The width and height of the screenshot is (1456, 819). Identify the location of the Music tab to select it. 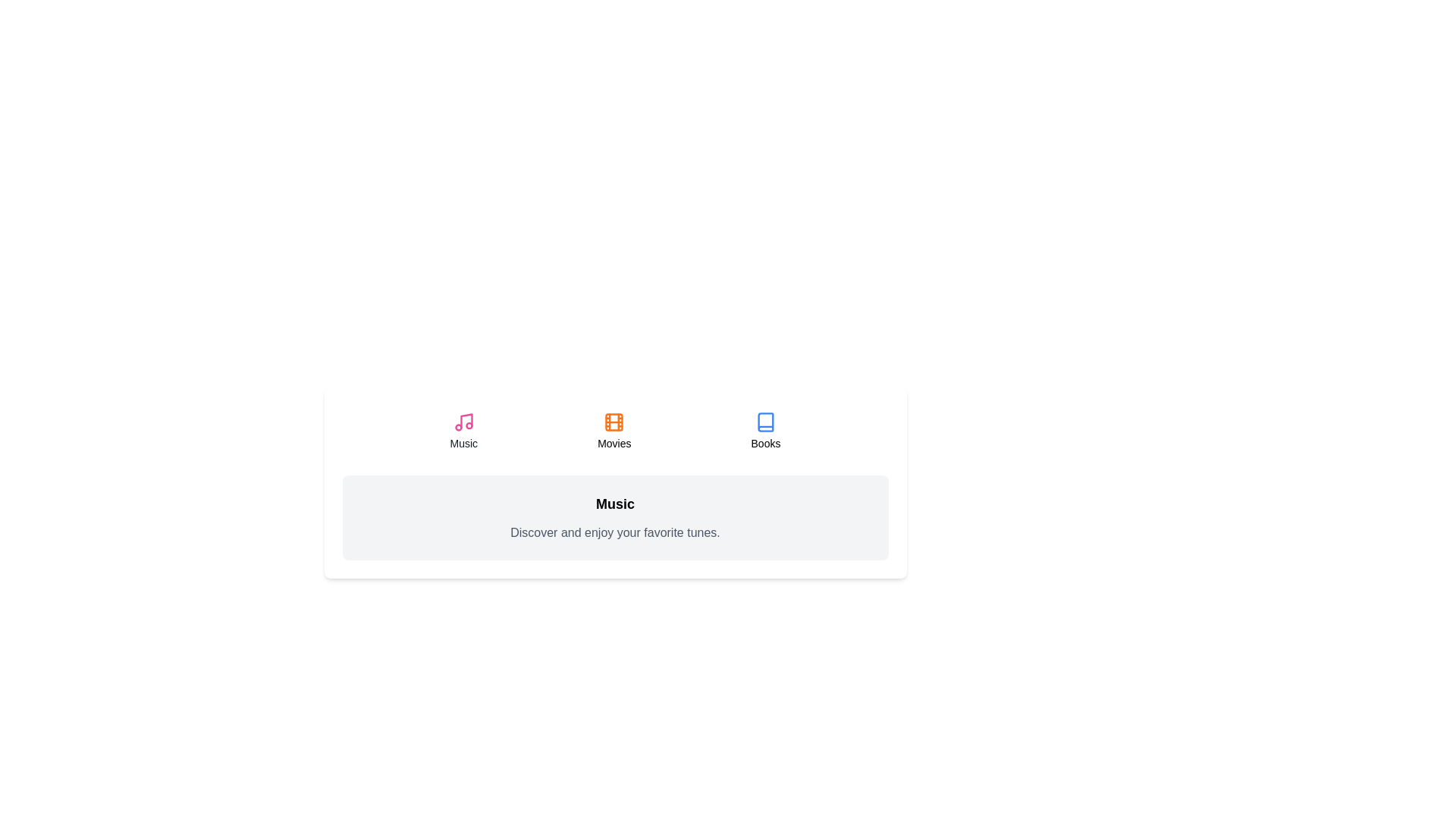
(463, 431).